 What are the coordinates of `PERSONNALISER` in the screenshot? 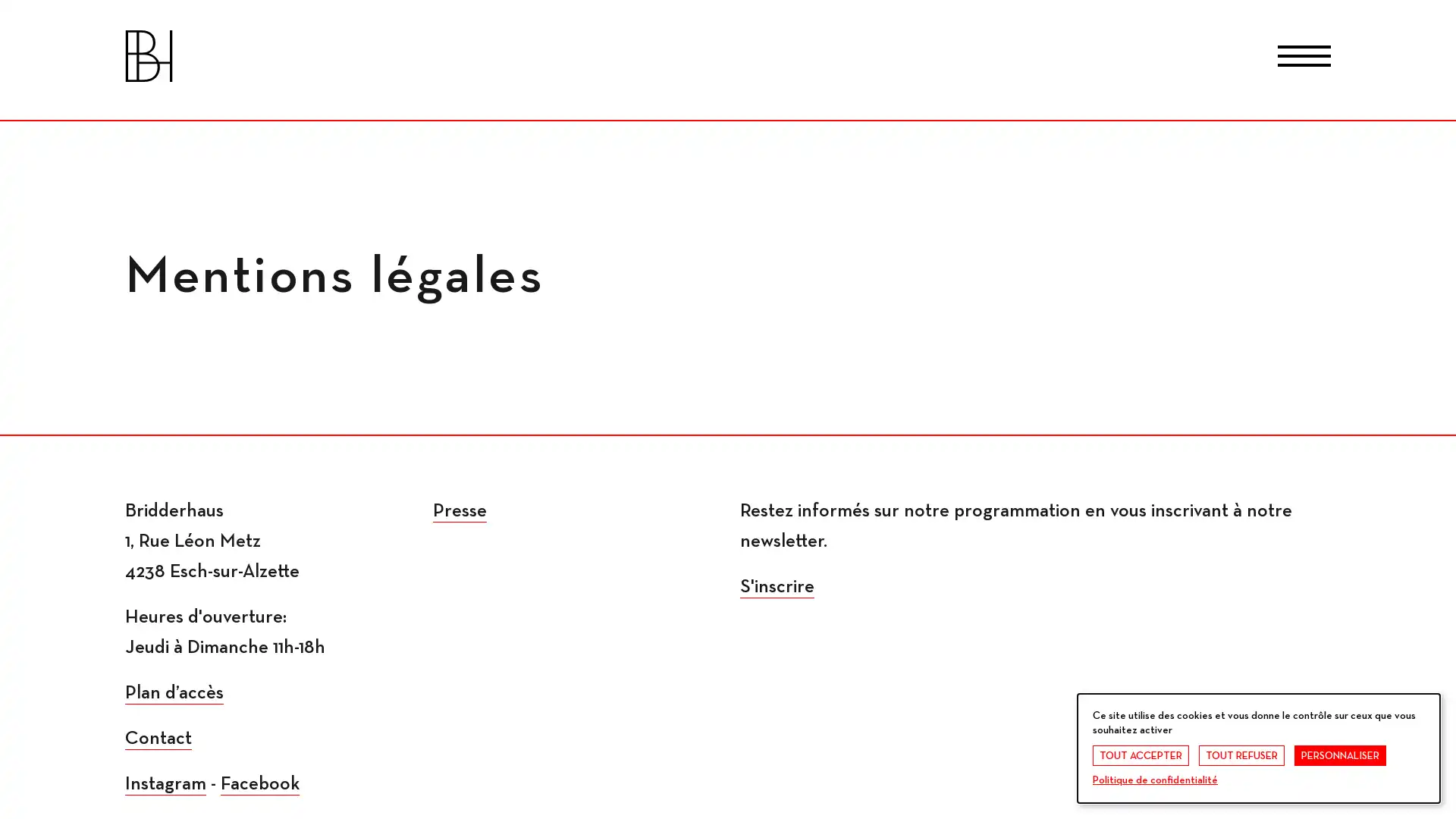 It's located at (1340, 755).